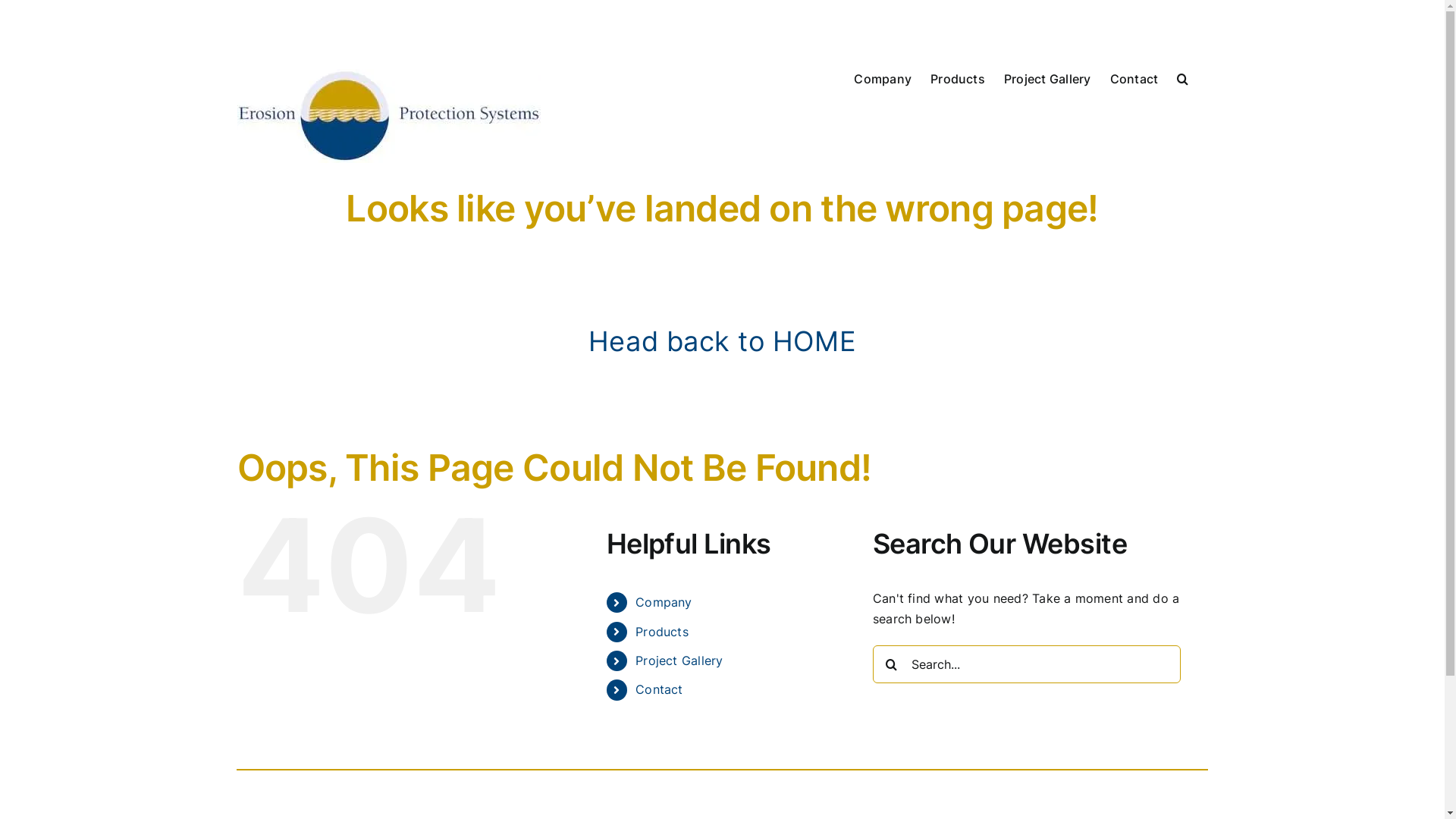  Describe the element at coordinates (1181, 77) in the screenshot. I see `'Search'` at that location.